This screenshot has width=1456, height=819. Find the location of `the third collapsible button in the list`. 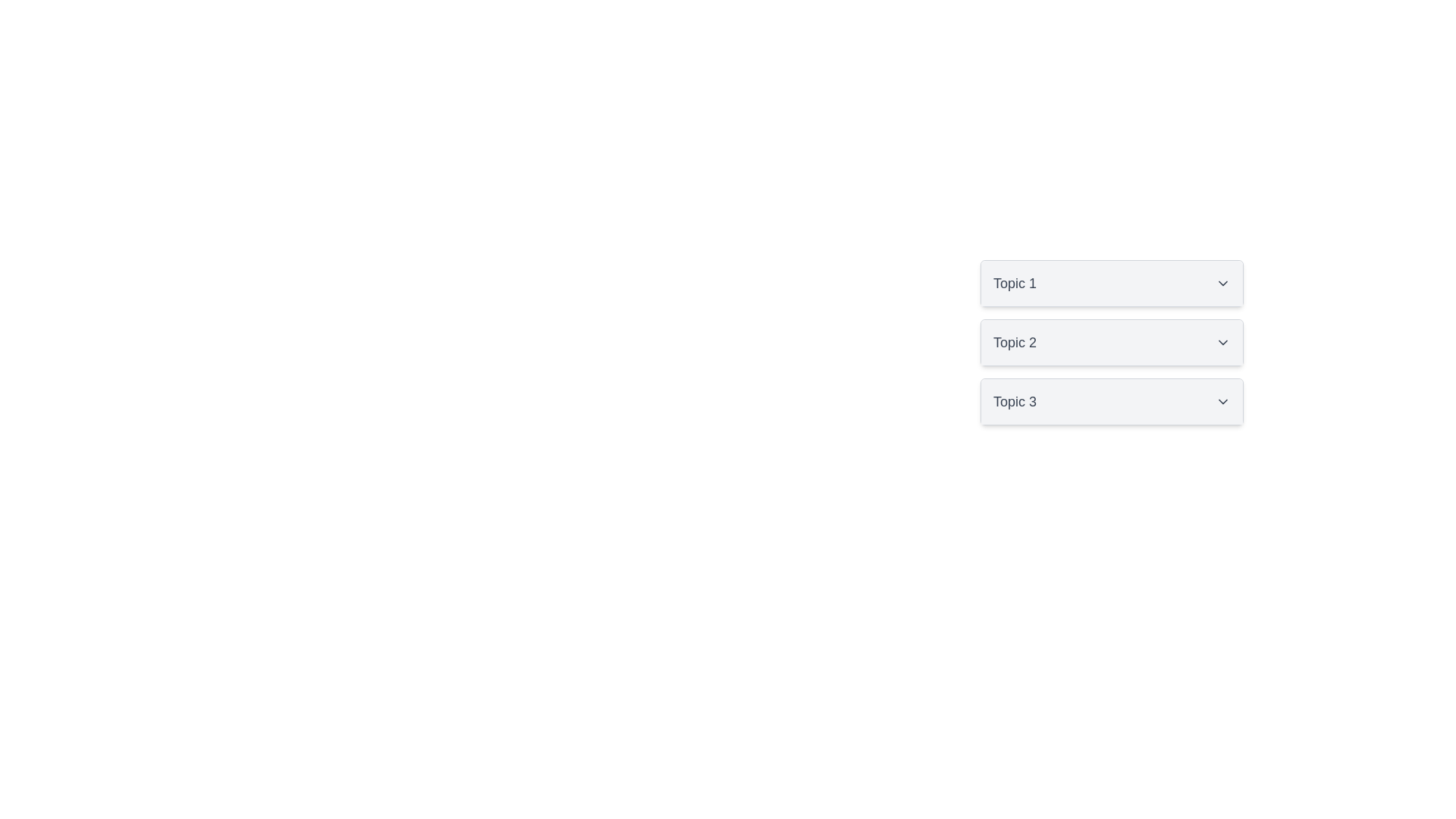

the third collapsible button in the list is located at coordinates (1112, 400).